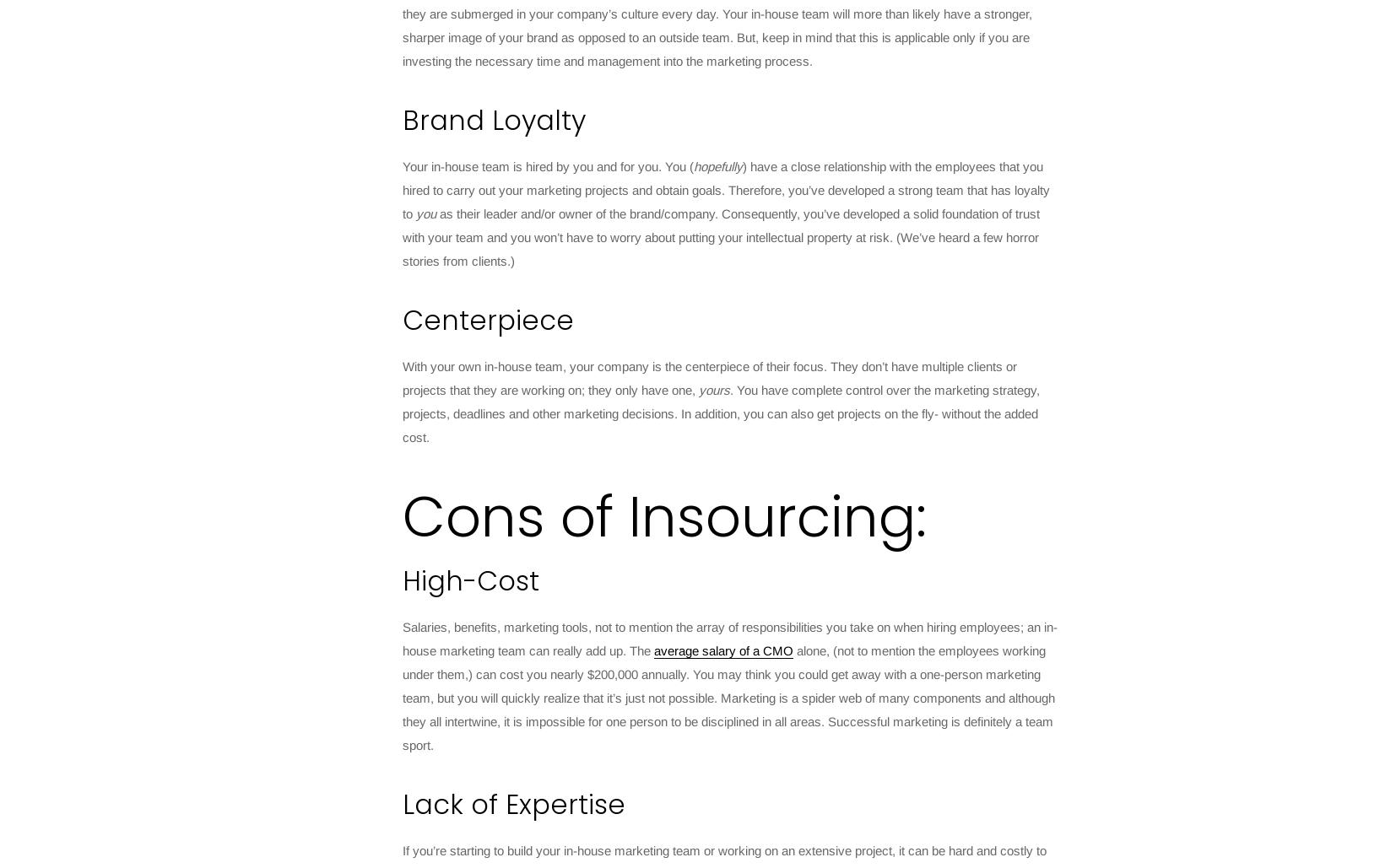  What do you see at coordinates (720, 413) in the screenshot?
I see `'. You have complete control over the marketing strategy, projects, deadlines and other marketing decisions. In addition, you can also get projects on the fly- without the added cost.'` at bounding box center [720, 413].